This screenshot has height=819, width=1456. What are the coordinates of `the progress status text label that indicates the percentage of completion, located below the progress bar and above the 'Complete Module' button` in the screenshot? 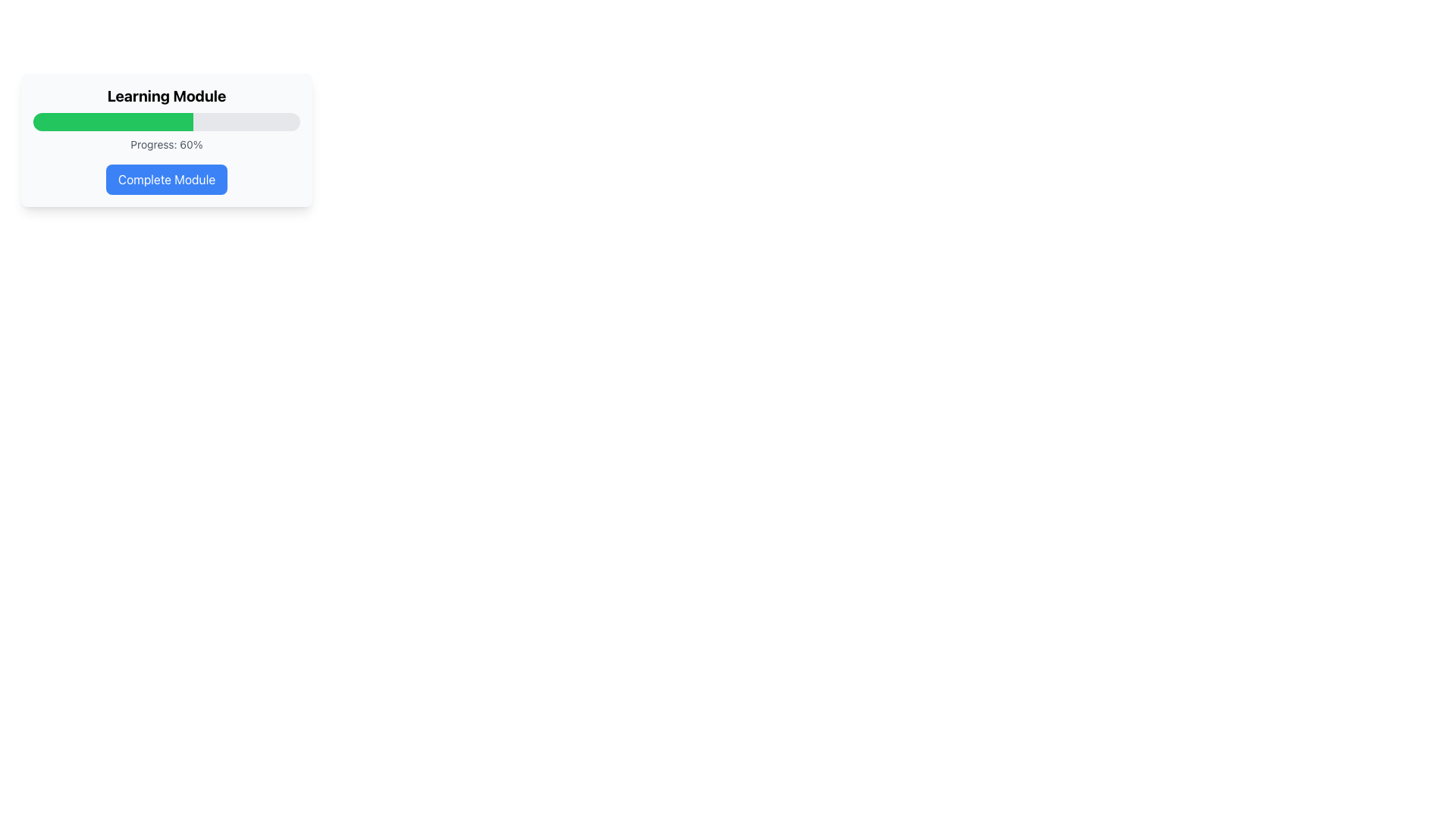 It's located at (167, 145).